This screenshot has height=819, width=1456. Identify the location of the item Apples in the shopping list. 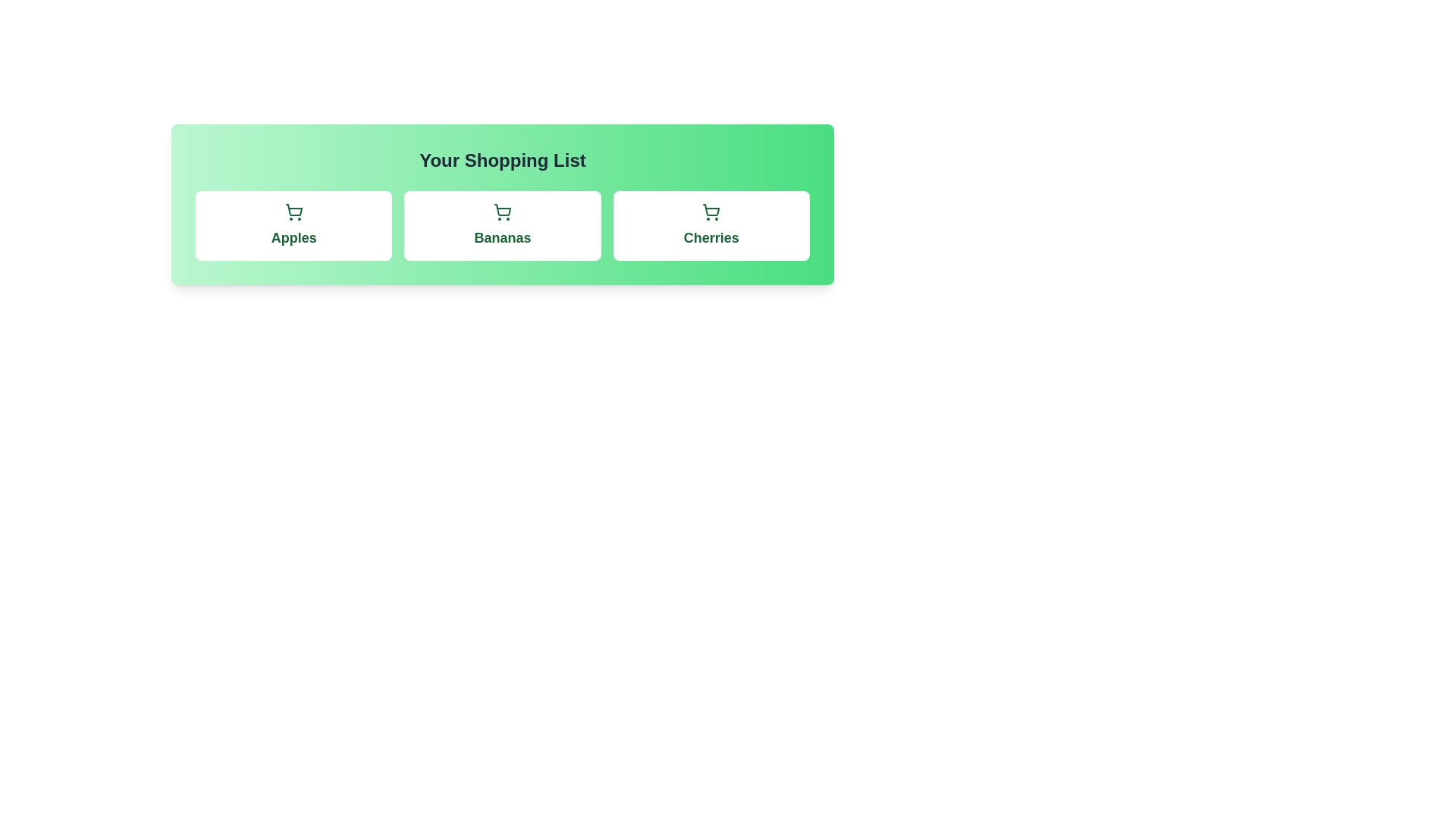
(293, 225).